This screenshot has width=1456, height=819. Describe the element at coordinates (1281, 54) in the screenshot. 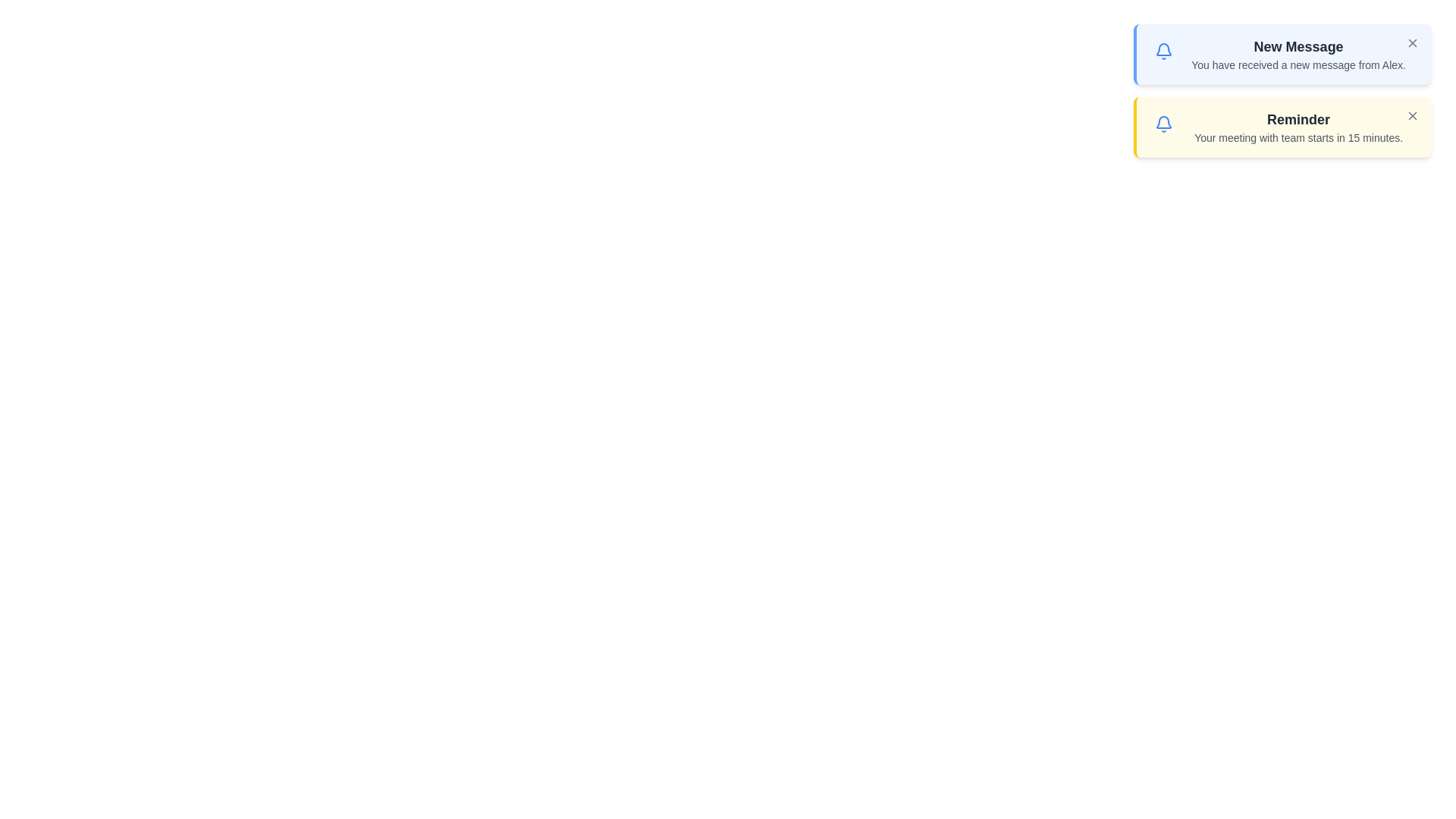

I see `the notification to view its details` at that location.